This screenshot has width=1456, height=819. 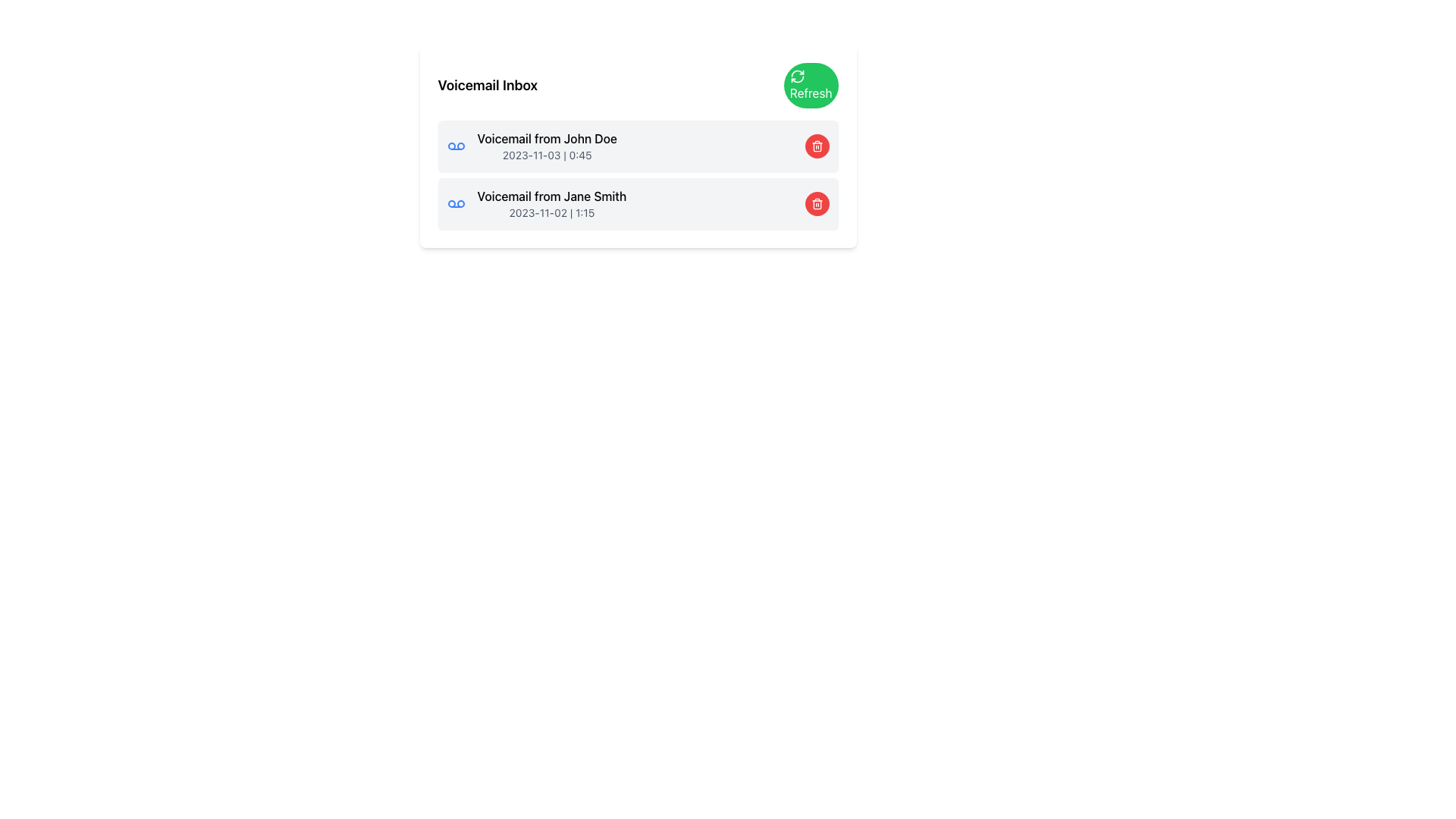 What do you see at coordinates (796, 76) in the screenshot?
I see `the refresh icon, which is a small circular icon with circular arrows, located at the center of the green circular button labeled 'Refresh' in the top-right corner of the voicemail inbox card` at bounding box center [796, 76].